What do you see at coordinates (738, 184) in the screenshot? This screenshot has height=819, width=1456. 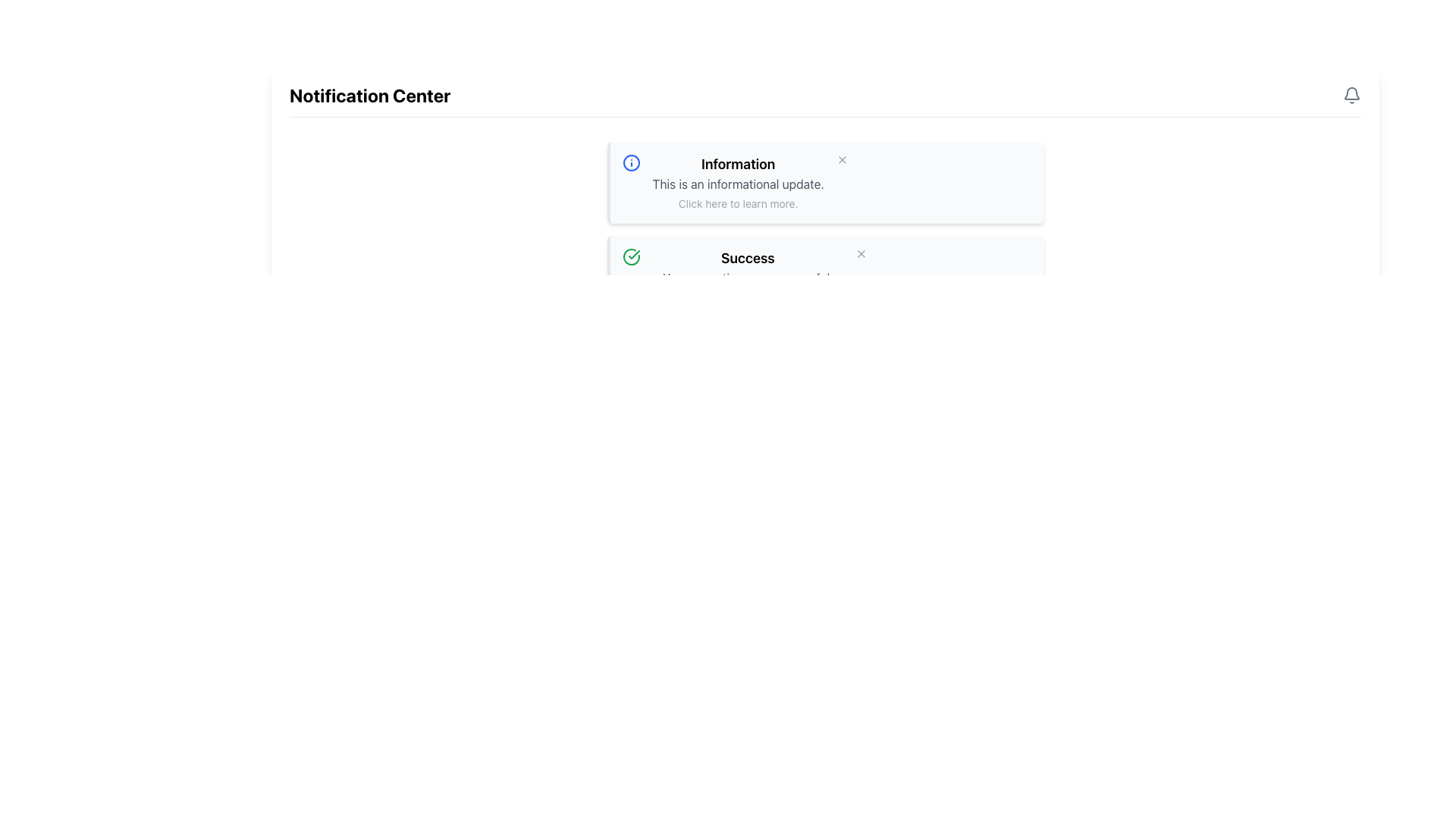 I see `the descriptive text element located below the heading 'Information' and above the text 'Click here to learn more.'` at bounding box center [738, 184].